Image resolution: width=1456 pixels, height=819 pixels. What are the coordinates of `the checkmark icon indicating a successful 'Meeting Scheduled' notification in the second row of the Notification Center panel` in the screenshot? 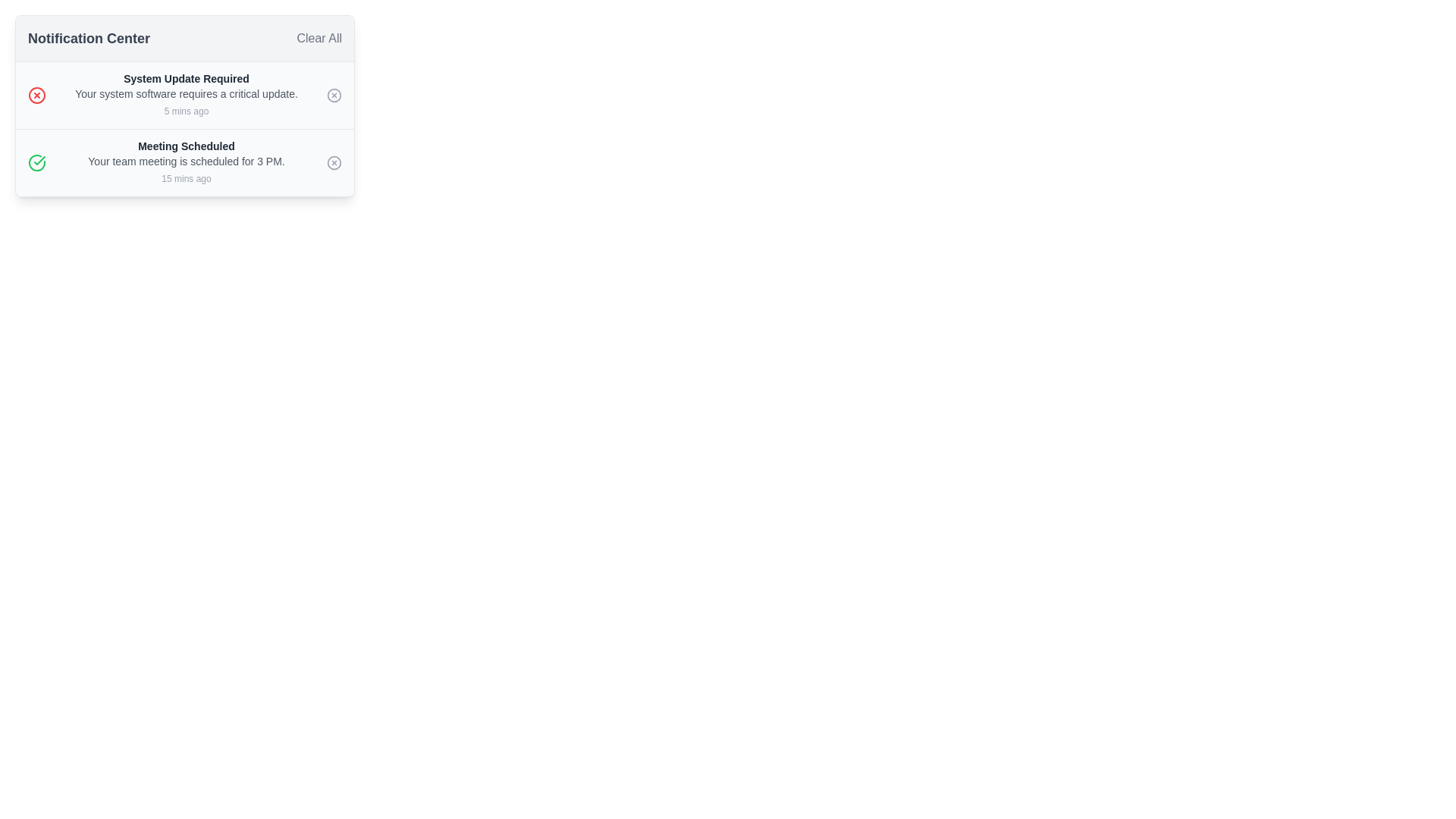 It's located at (39, 161).